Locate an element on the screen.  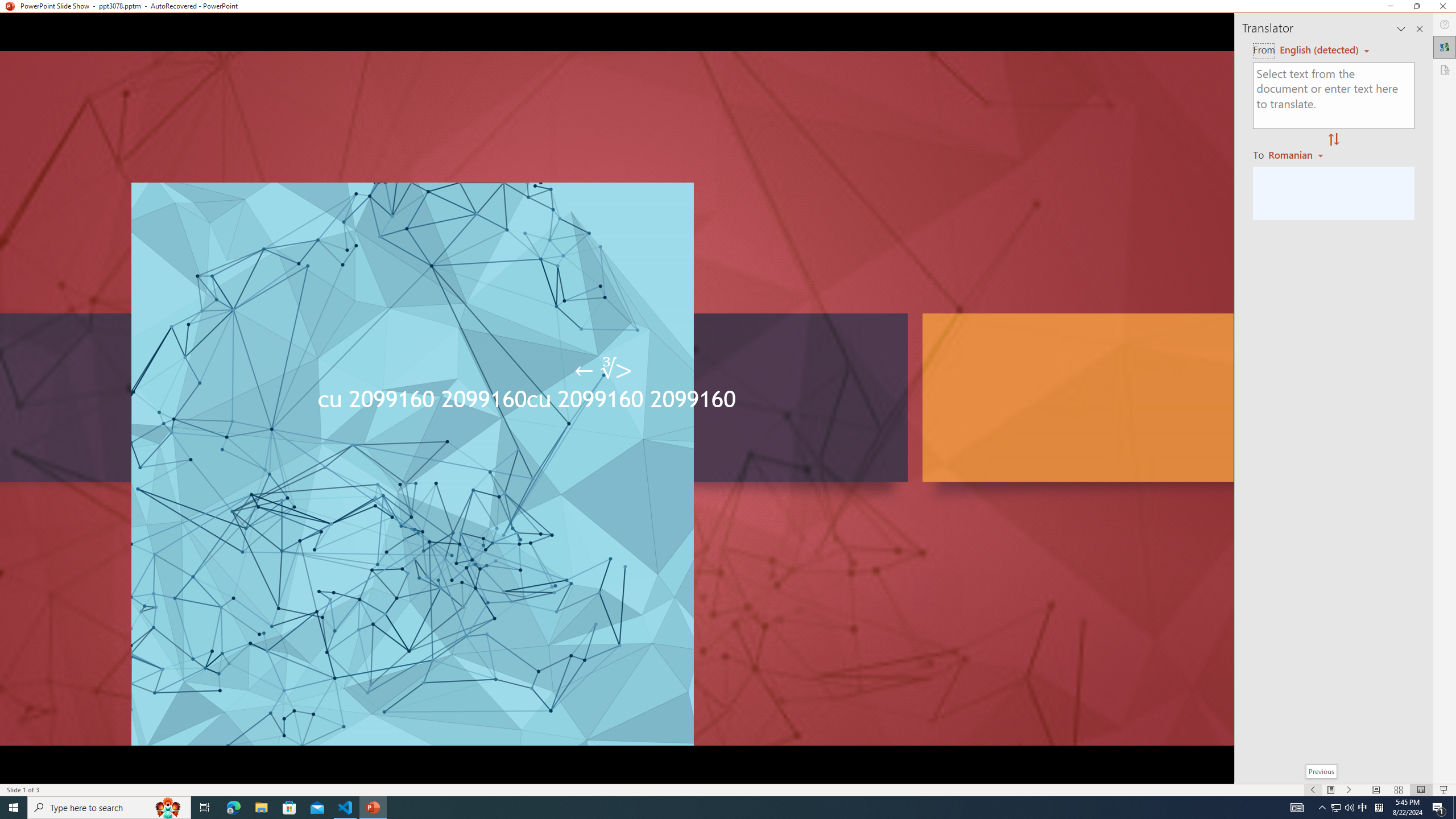
'Slide Show Previous On' is located at coordinates (1313, 790).